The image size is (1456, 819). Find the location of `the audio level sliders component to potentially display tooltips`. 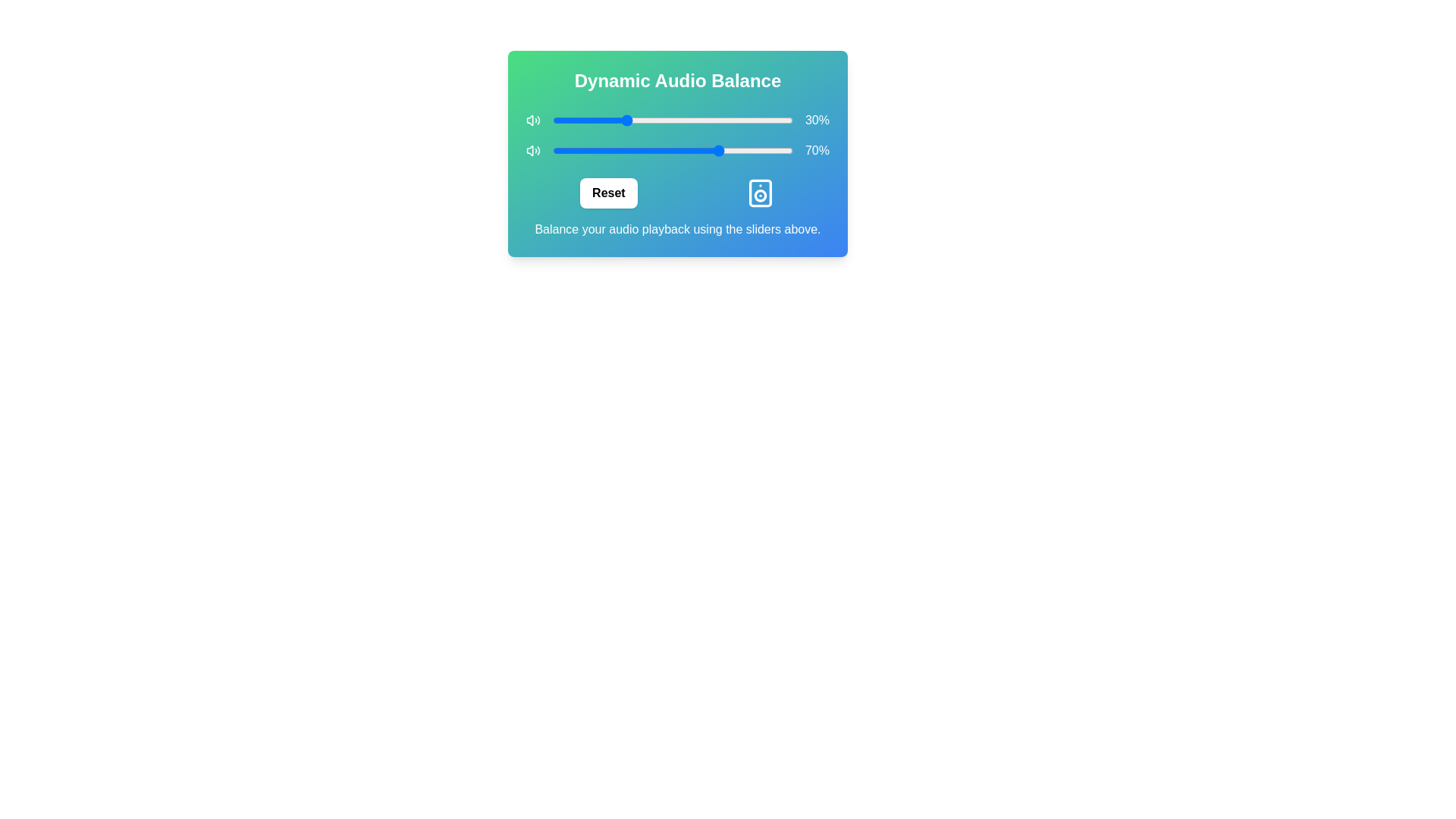

the audio level sliders component to potentially display tooltips is located at coordinates (676, 154).